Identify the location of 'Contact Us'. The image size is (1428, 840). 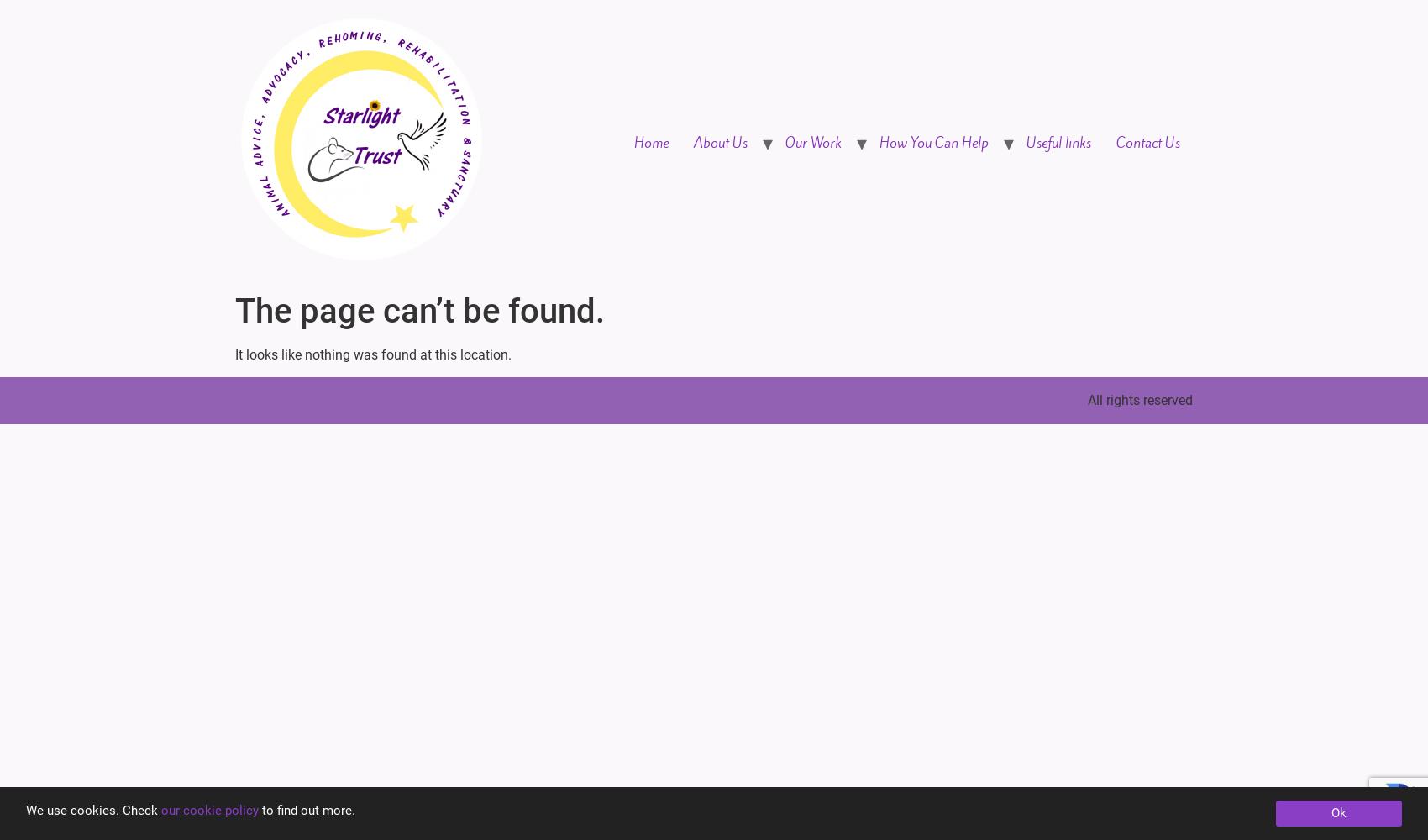
(1147, 142).